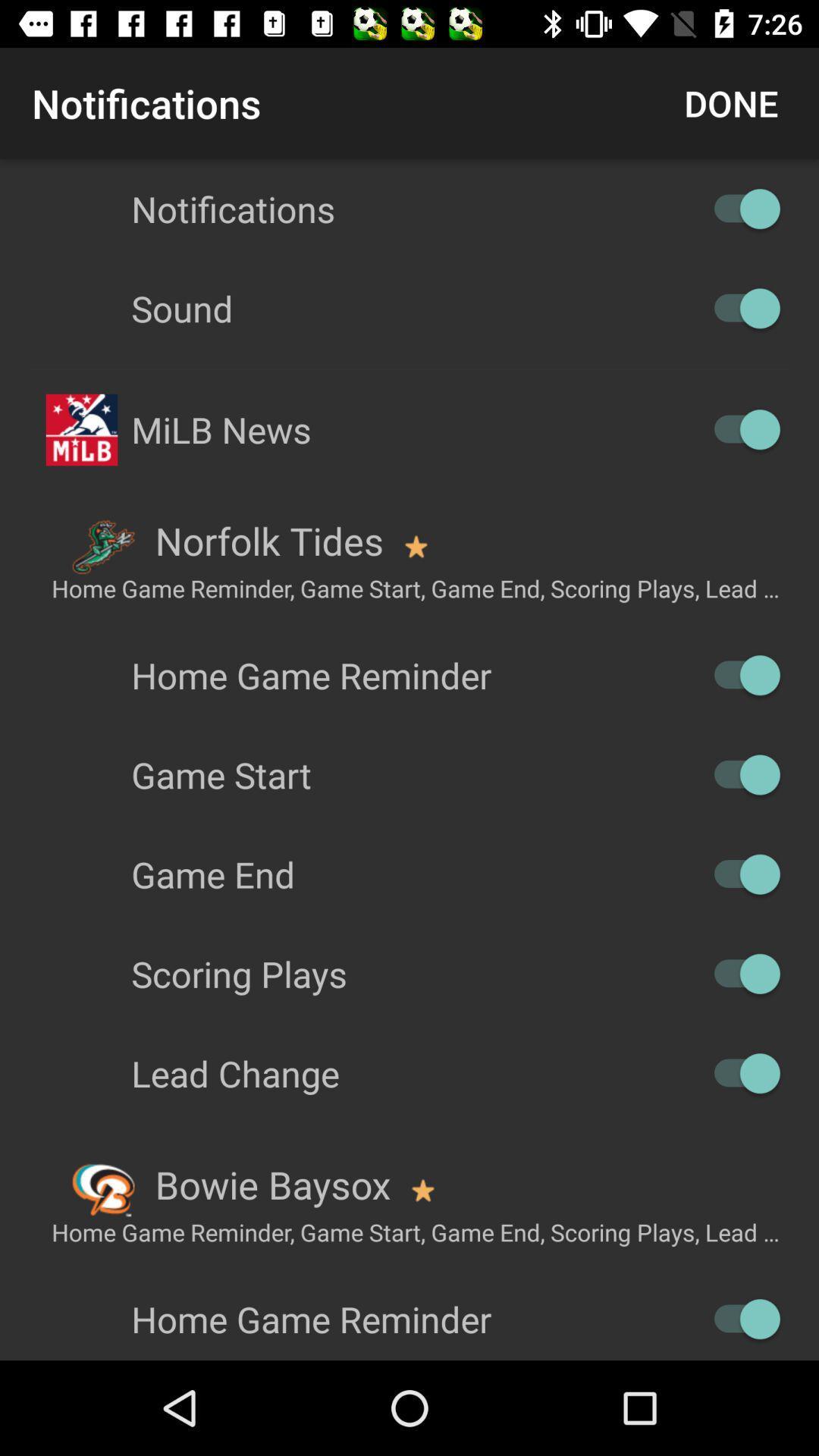 Image resolution: width=819 pixels, height=1456 pixels. I want to click on the item next to the notifications app, so click(730, 102).